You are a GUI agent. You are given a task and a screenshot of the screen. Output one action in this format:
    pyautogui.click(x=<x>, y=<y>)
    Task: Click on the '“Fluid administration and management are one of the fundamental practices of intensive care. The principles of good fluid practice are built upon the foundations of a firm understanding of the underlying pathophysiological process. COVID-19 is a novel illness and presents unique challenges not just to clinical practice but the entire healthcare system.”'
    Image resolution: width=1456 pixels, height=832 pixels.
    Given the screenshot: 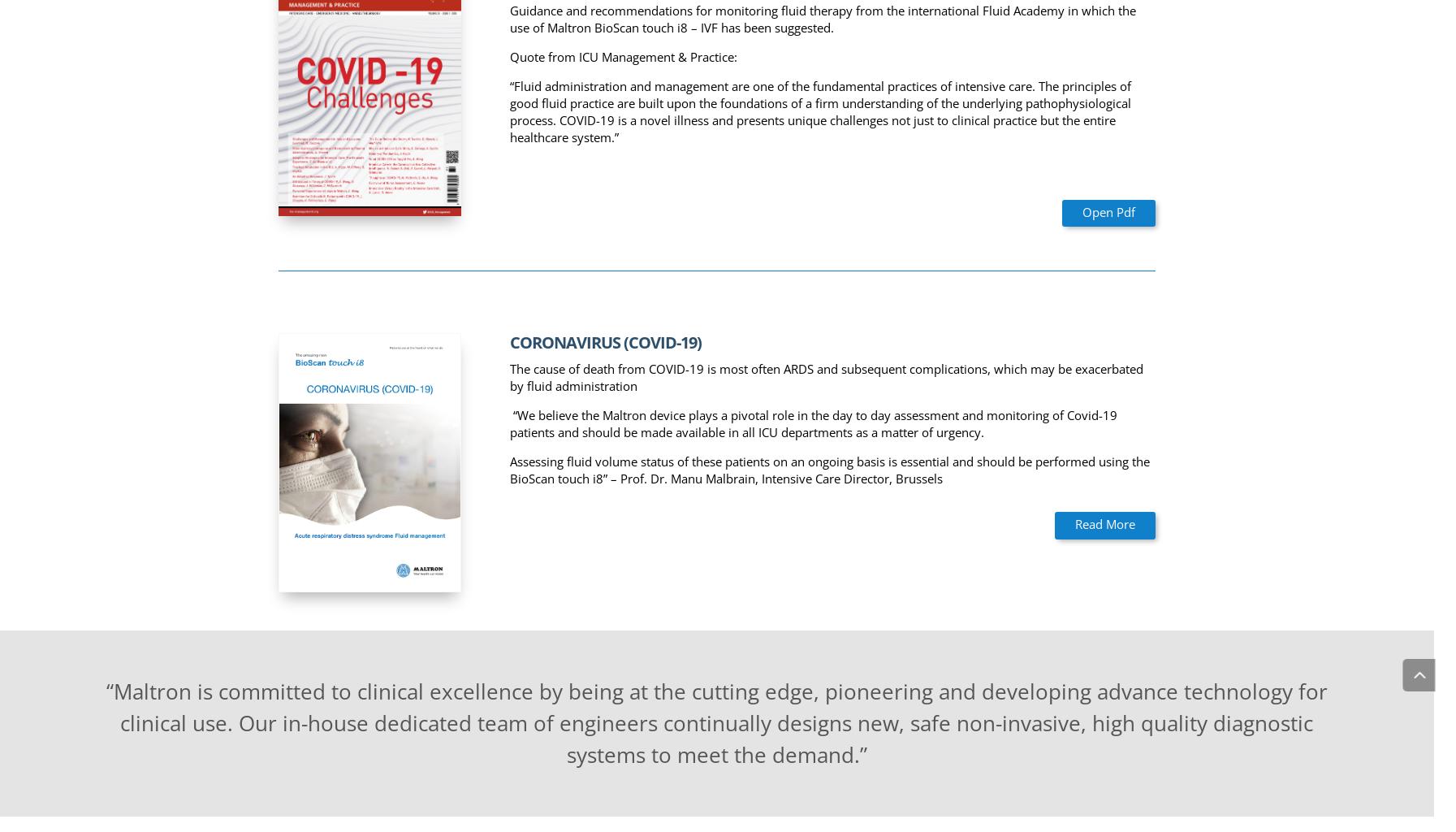 What is the action you would take?
    pyautogui.click(x=819, y=110)
    